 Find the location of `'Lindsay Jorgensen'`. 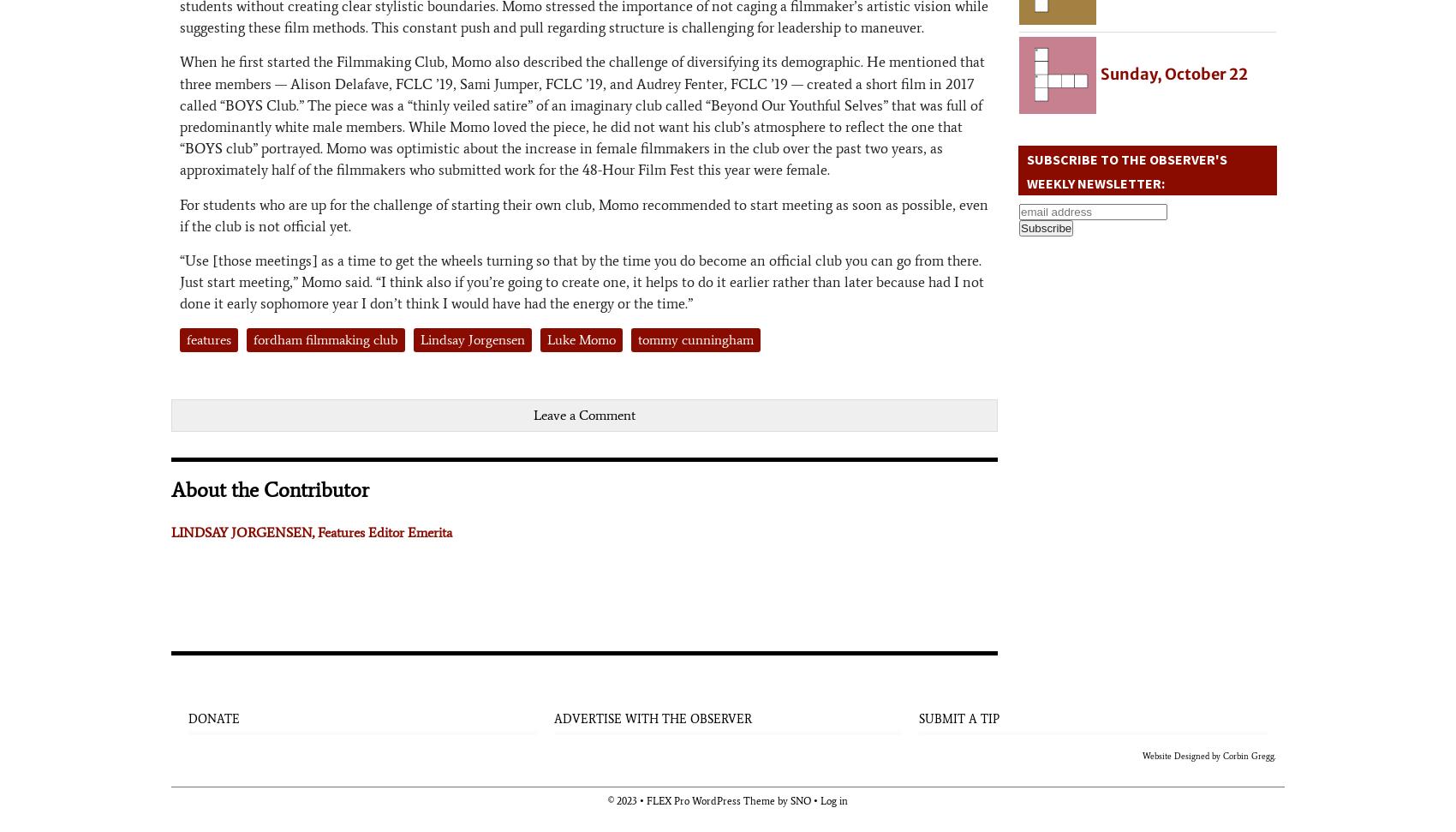

'Lindsay Jorgensen' is located at coordinates (471, 338).